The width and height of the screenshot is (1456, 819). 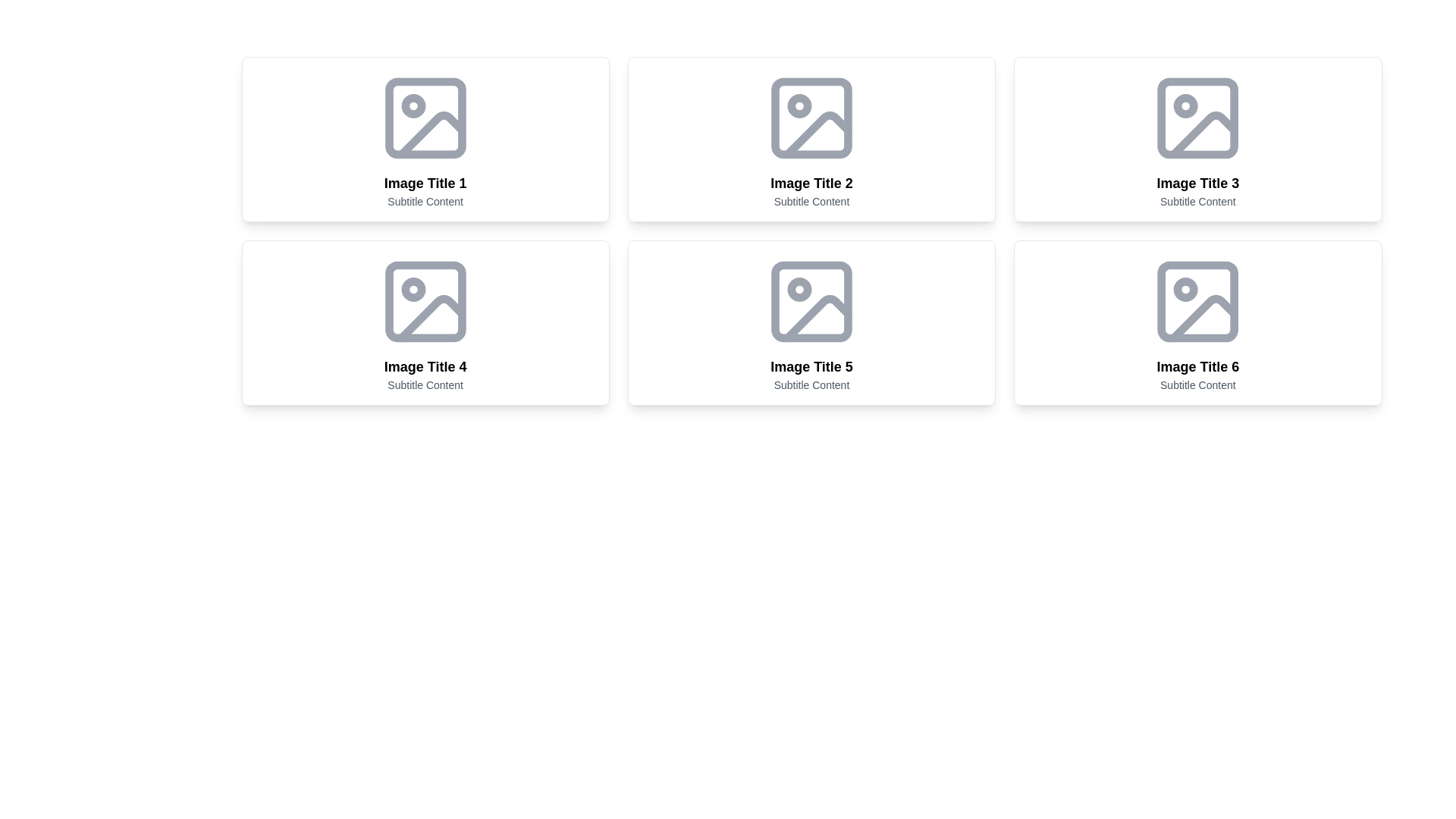 What do you see at coordinates (811, 117) in the screenshot?
I see `the icon component in the second image tile on the top row that indicates an image-related action or placeholder` at bounding box center [811, 117].